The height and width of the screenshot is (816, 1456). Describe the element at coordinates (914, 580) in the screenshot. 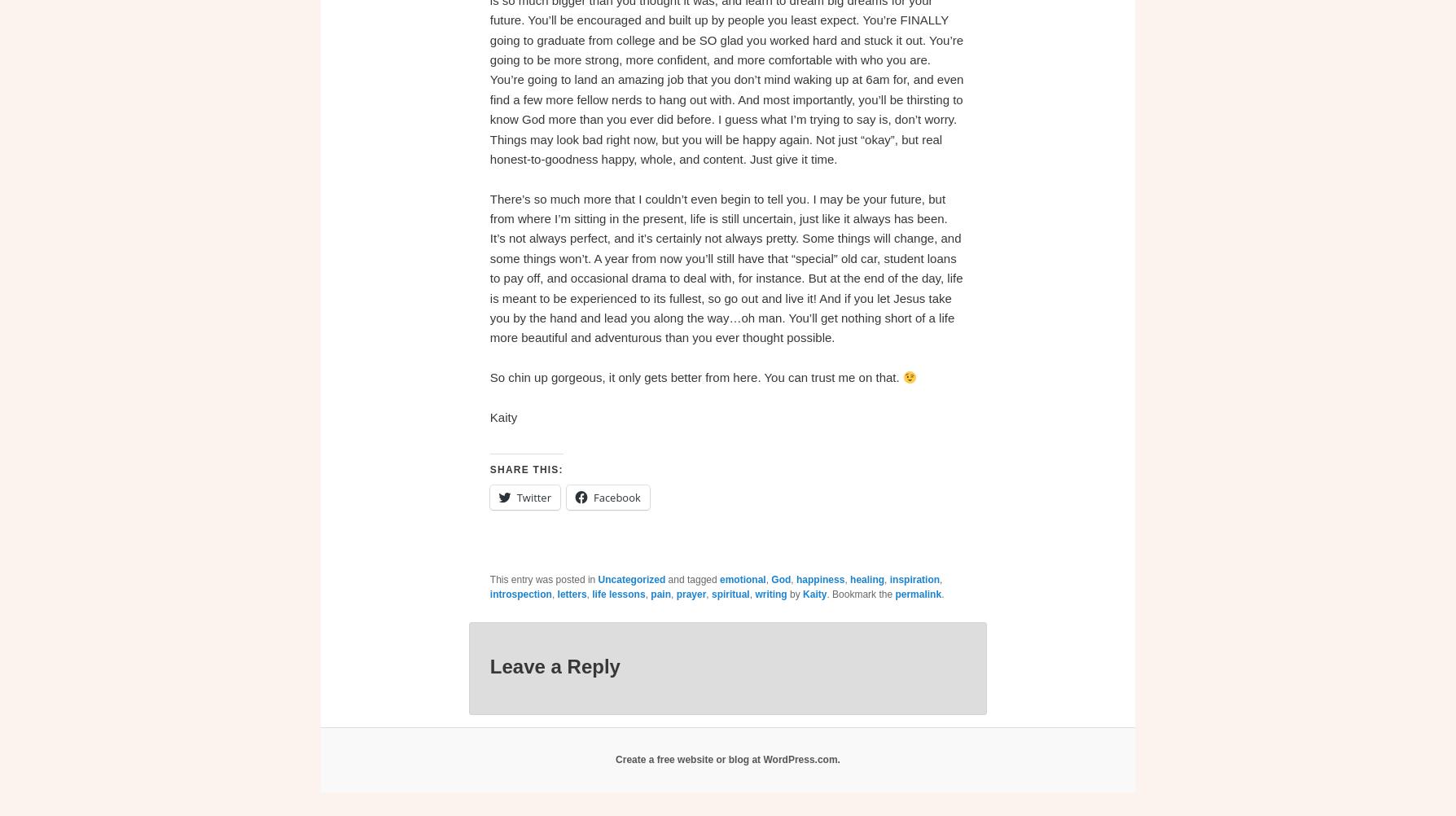

I see `'inspiration'` at that location.